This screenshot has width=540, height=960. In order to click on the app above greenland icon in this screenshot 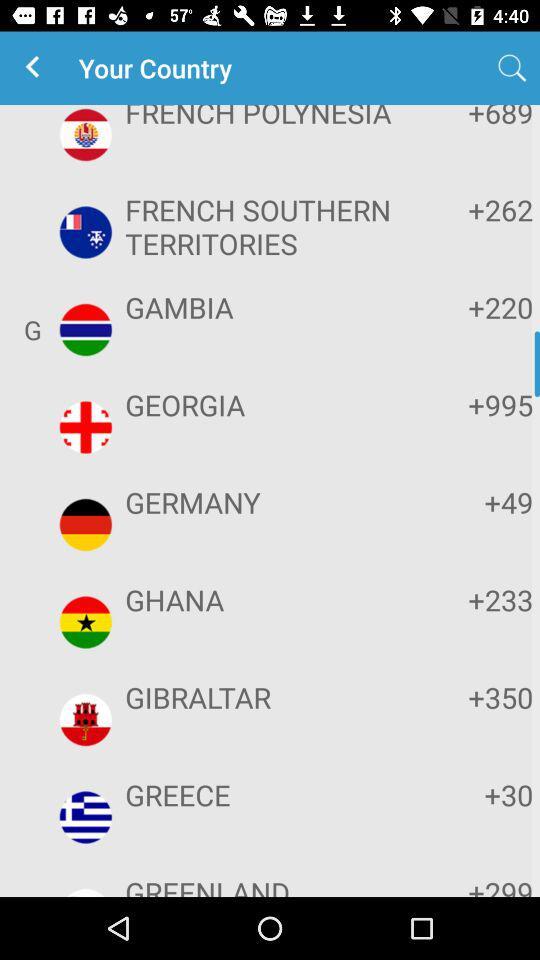, I will do `click(267, 794)`.